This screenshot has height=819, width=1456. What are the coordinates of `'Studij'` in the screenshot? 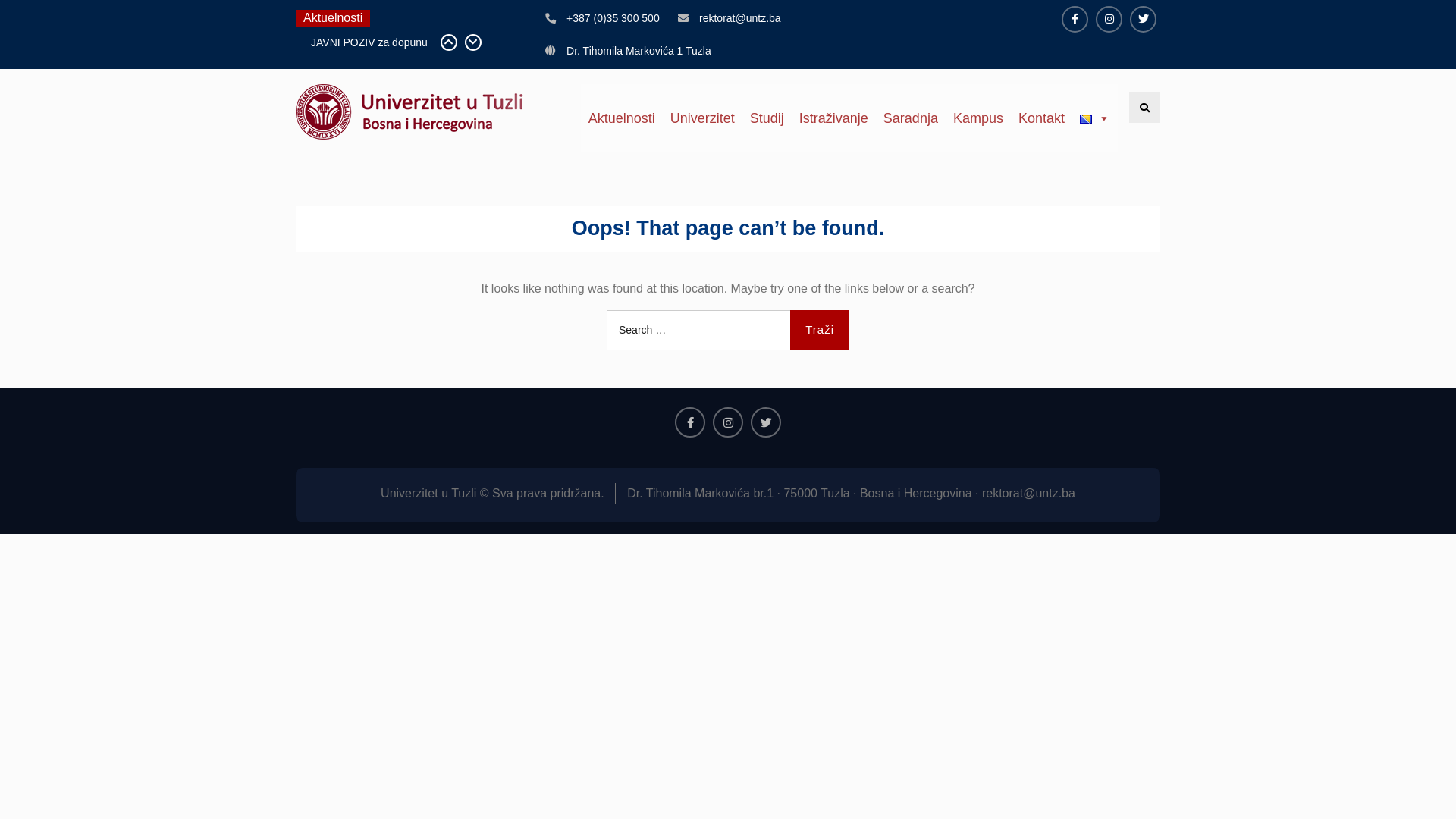 It's located at (767, 117).